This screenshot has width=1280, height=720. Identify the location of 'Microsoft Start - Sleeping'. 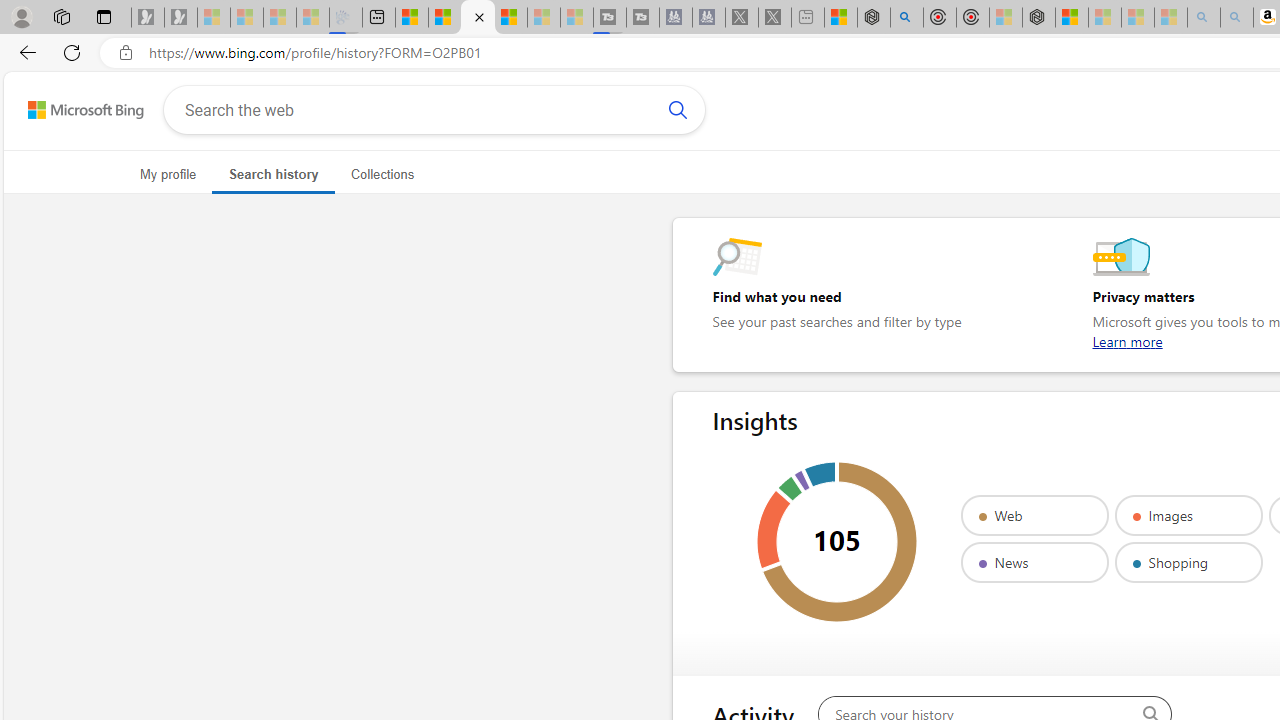
(544, 17).